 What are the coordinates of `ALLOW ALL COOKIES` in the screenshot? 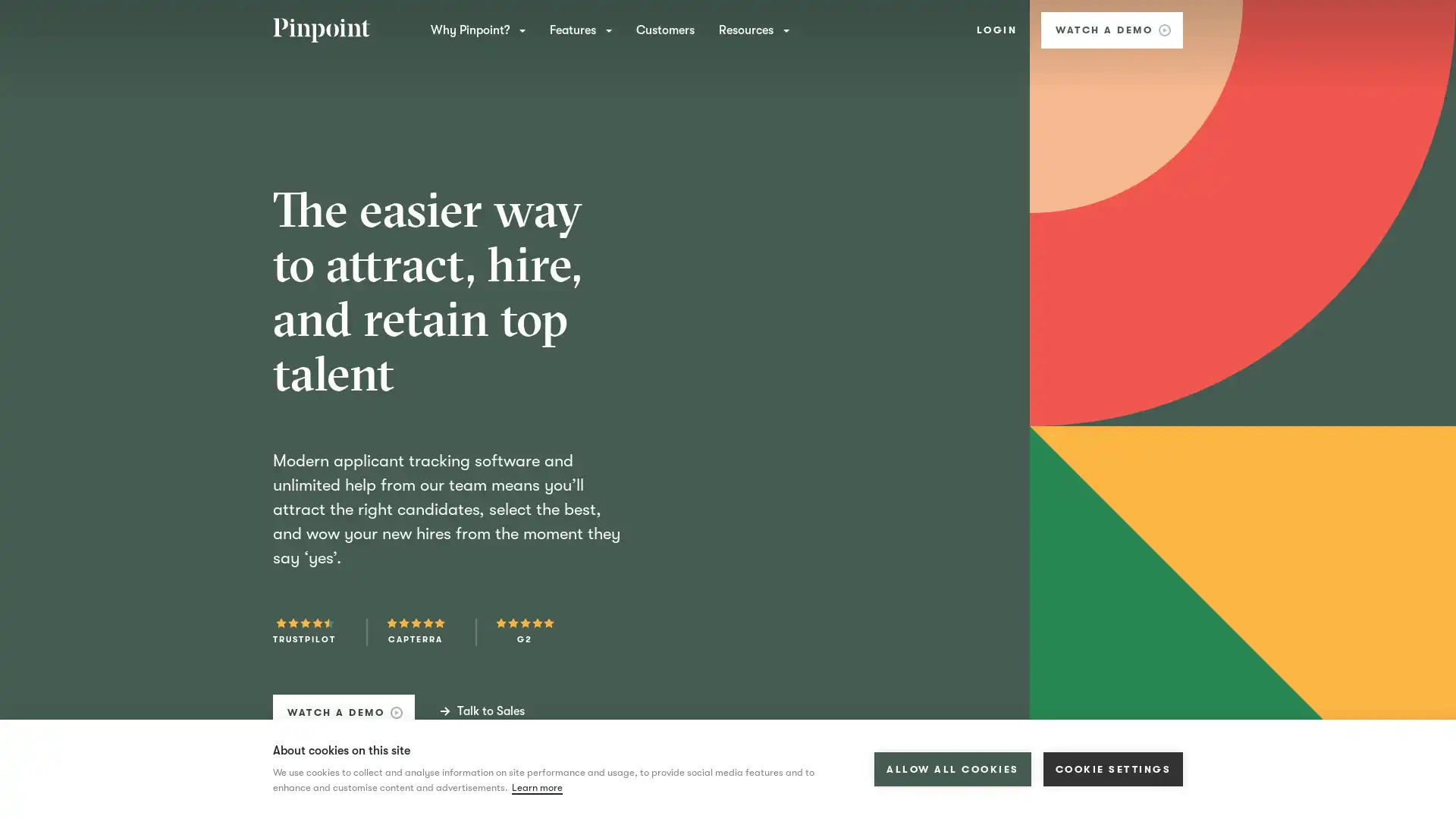 It's located at (952, 769).